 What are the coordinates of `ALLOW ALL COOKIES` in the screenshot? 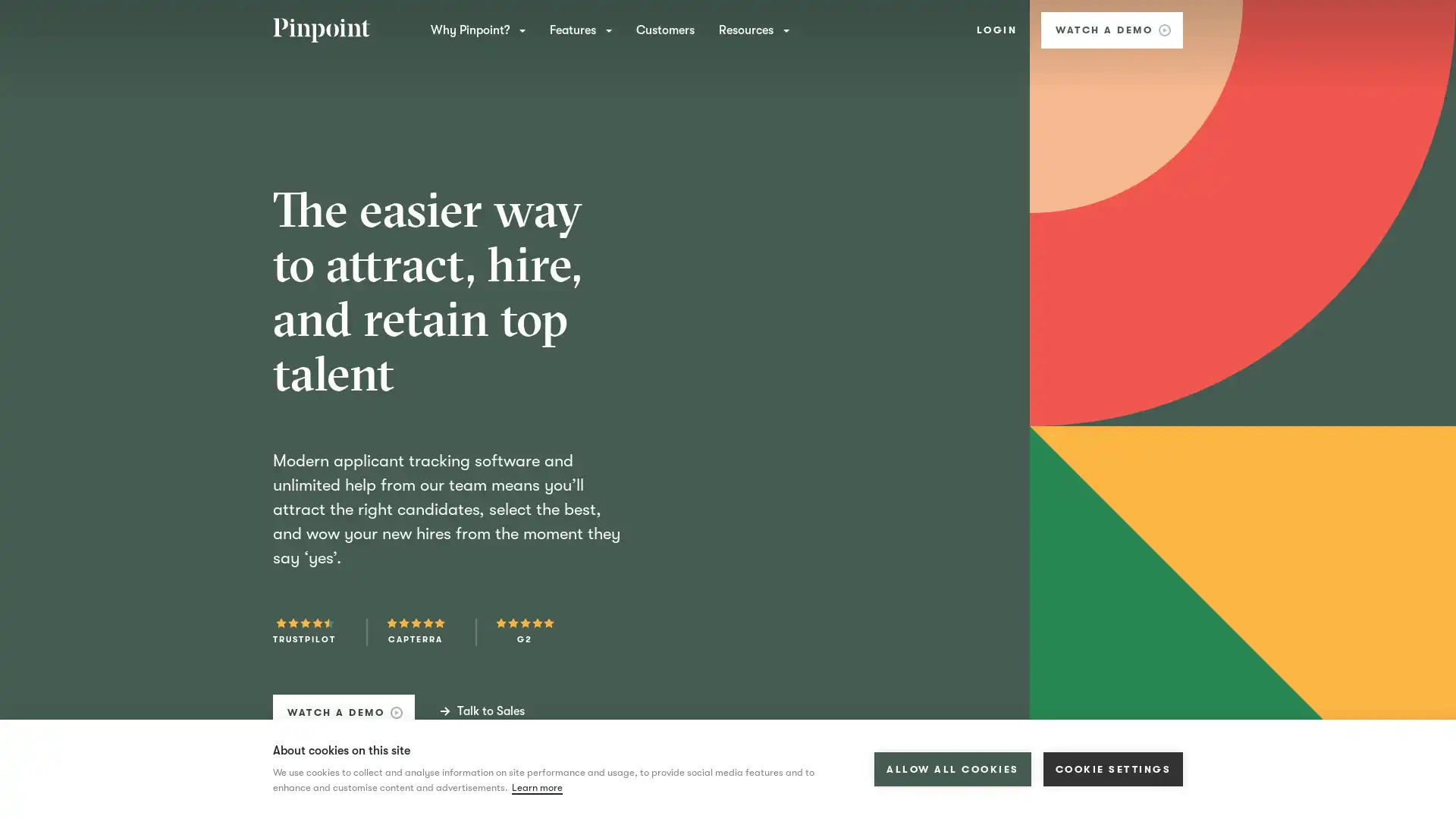 It's located at (952, 769).